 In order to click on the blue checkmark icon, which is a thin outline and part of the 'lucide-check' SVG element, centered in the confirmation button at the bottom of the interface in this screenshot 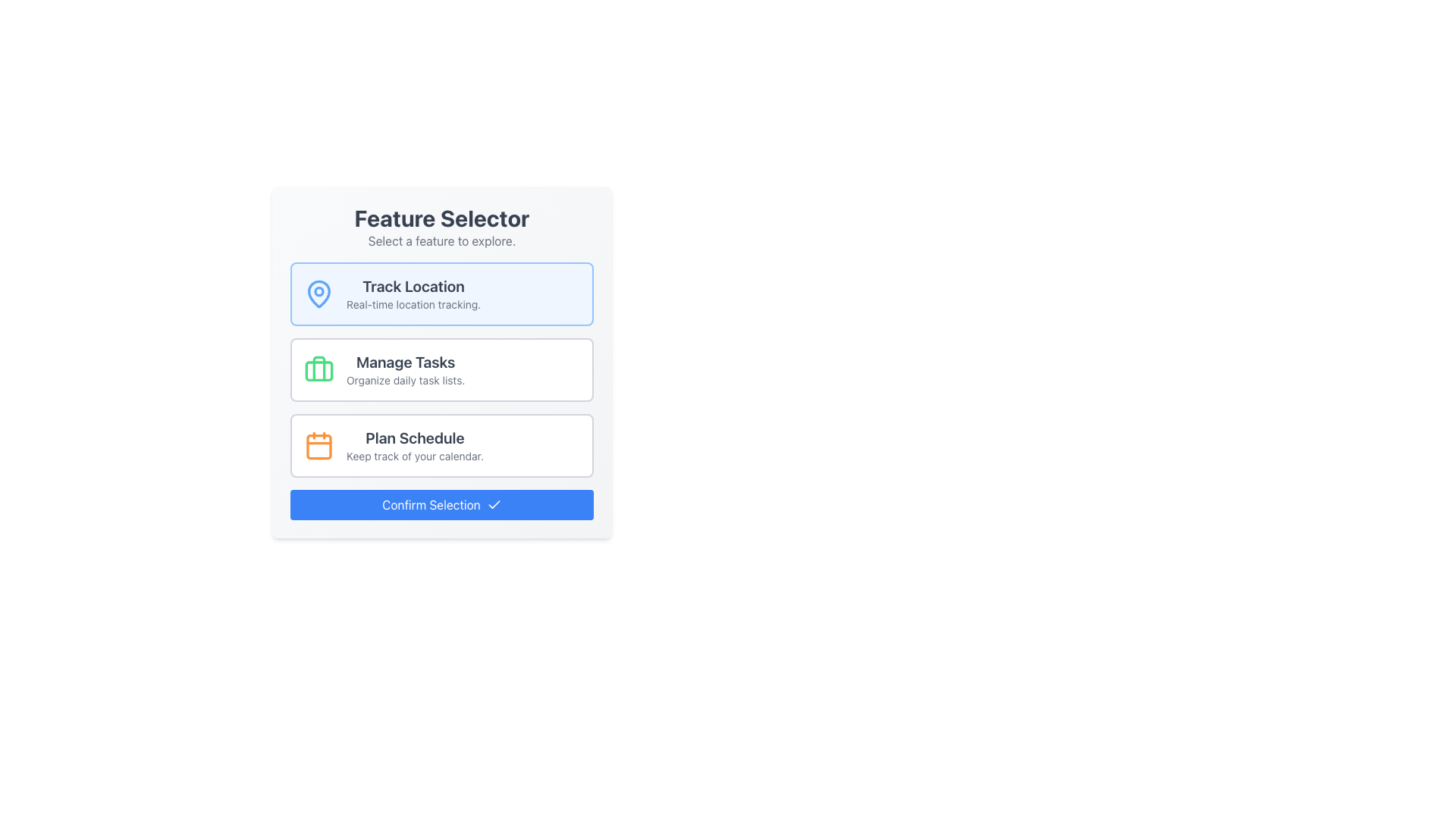, I will do `click(494, 504)`.